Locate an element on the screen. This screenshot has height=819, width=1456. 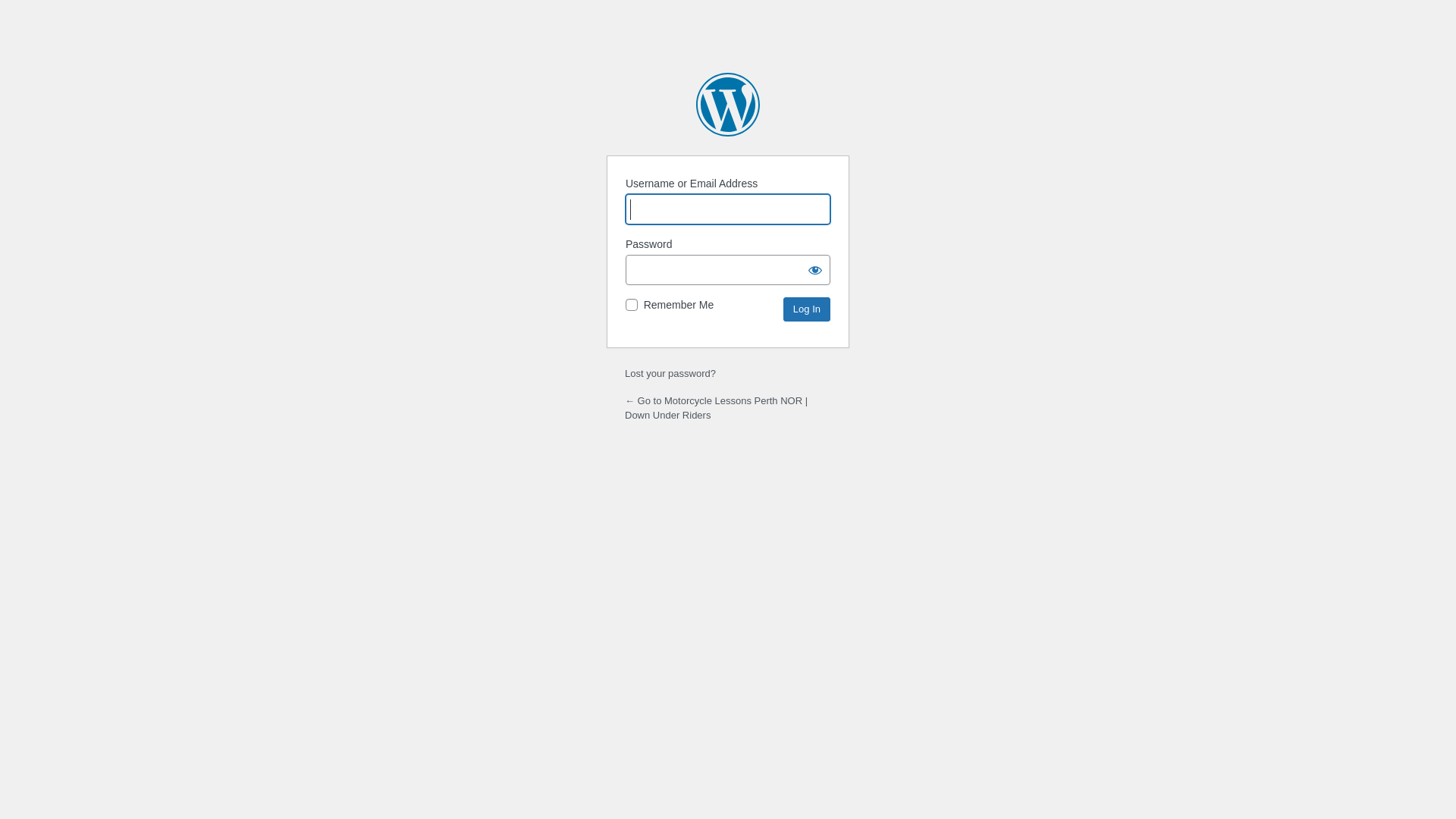
'Log In' is located at coordinates (806, 309).